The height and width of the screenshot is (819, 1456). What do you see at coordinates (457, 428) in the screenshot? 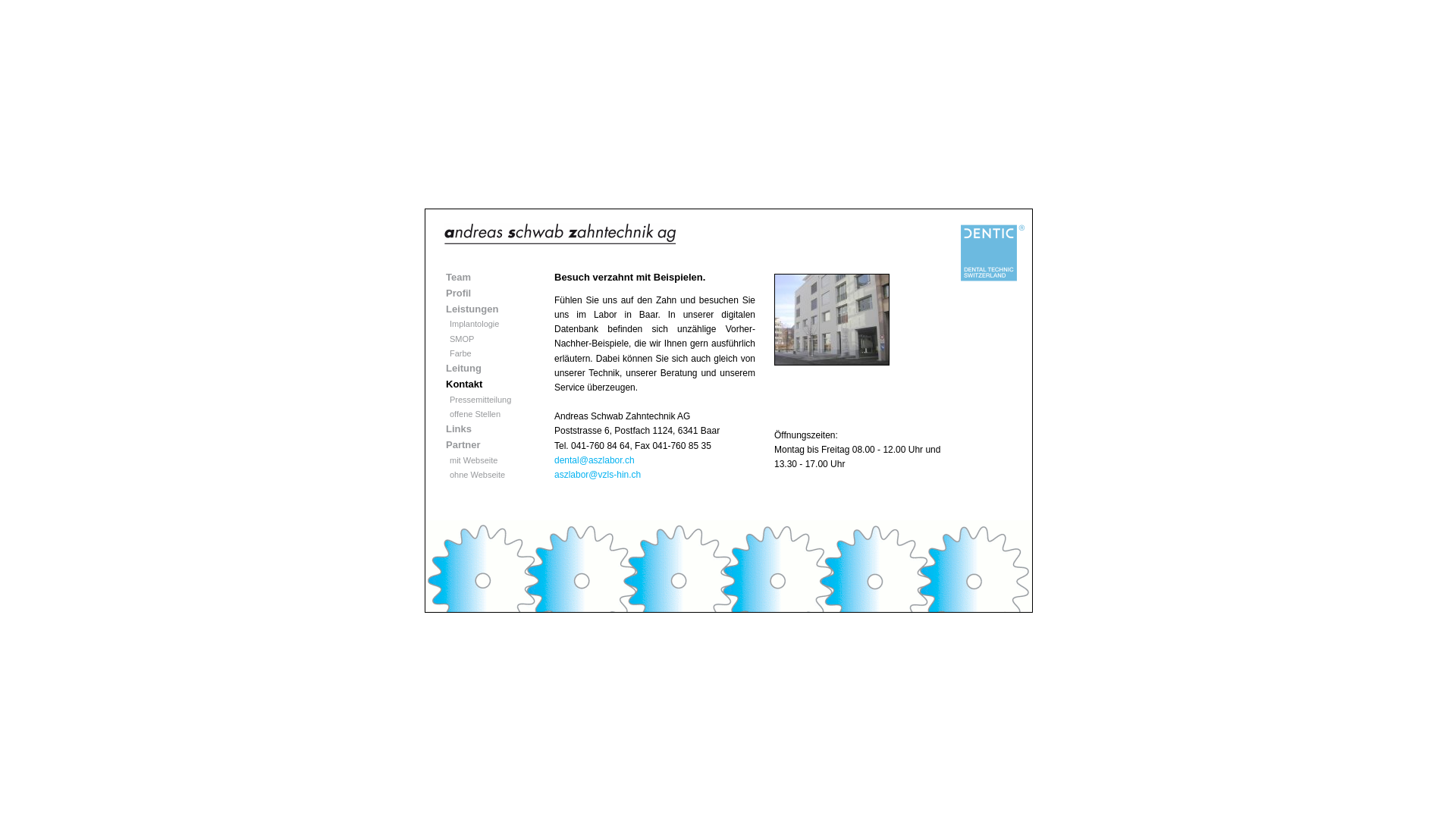
I see `'Links'` at bounding box center [457, 428].